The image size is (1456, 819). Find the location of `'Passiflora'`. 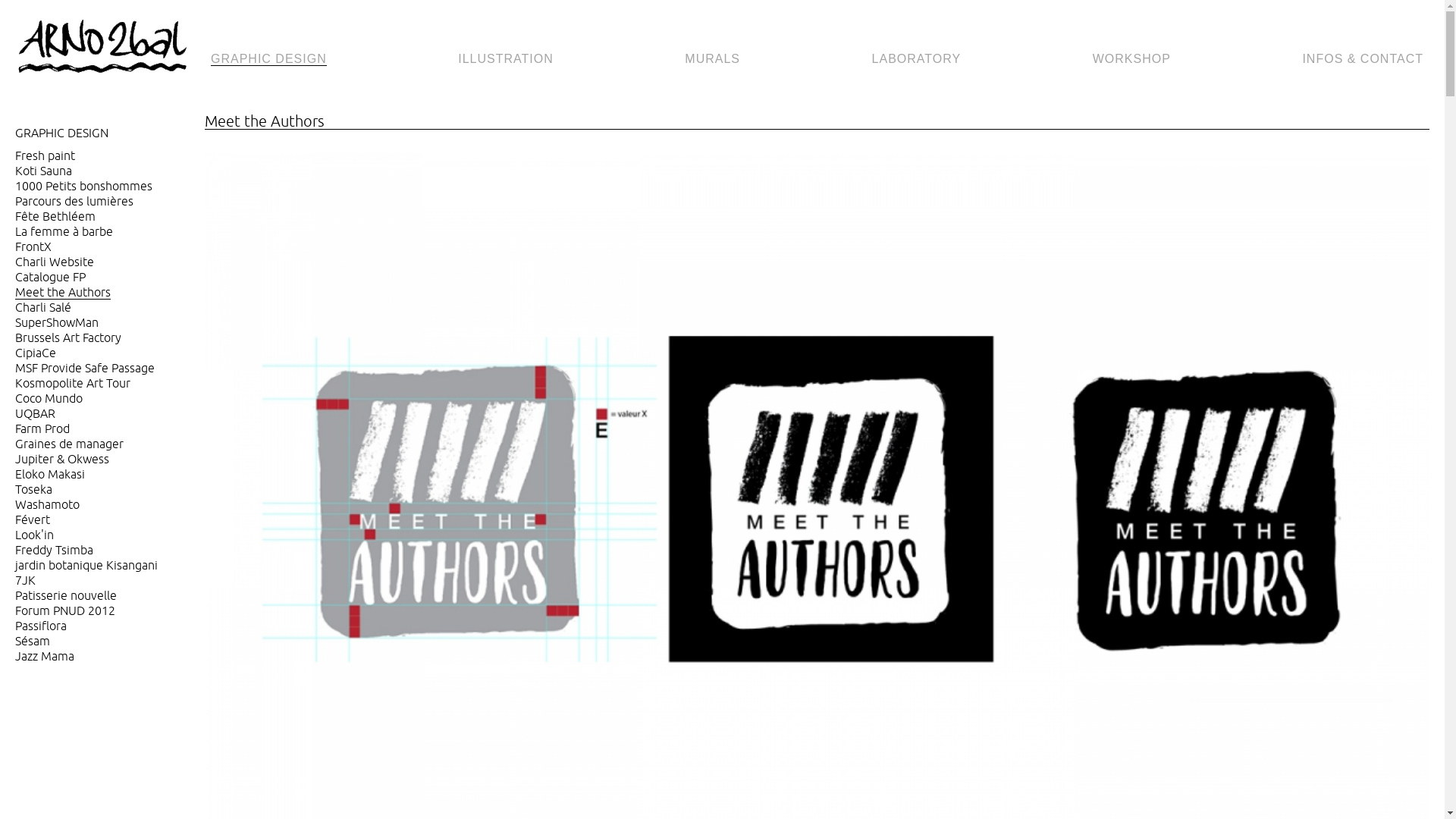

'Passiflora' is located at coordinates (40, 626).